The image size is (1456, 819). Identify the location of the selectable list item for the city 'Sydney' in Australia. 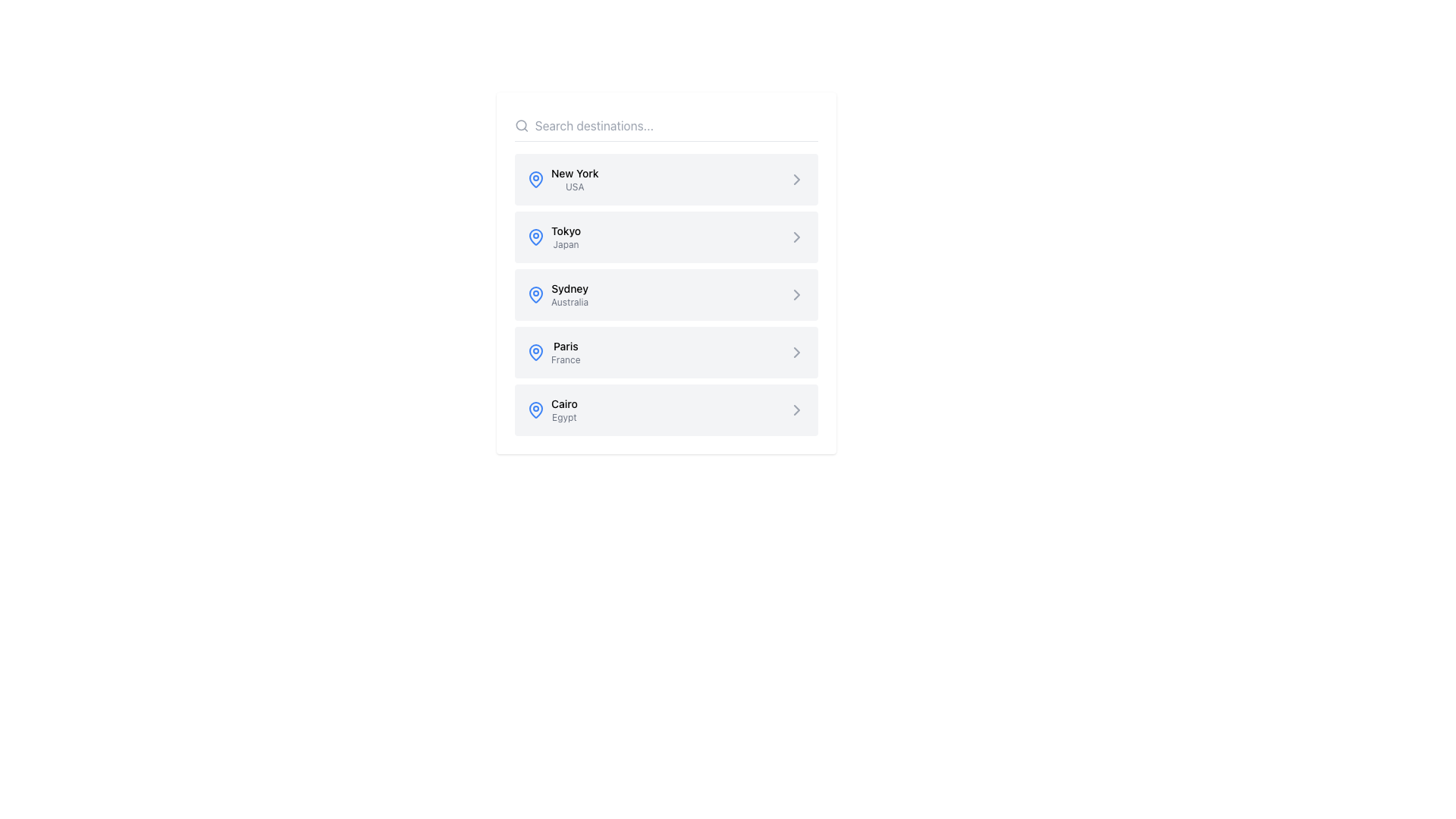
(666, 295).